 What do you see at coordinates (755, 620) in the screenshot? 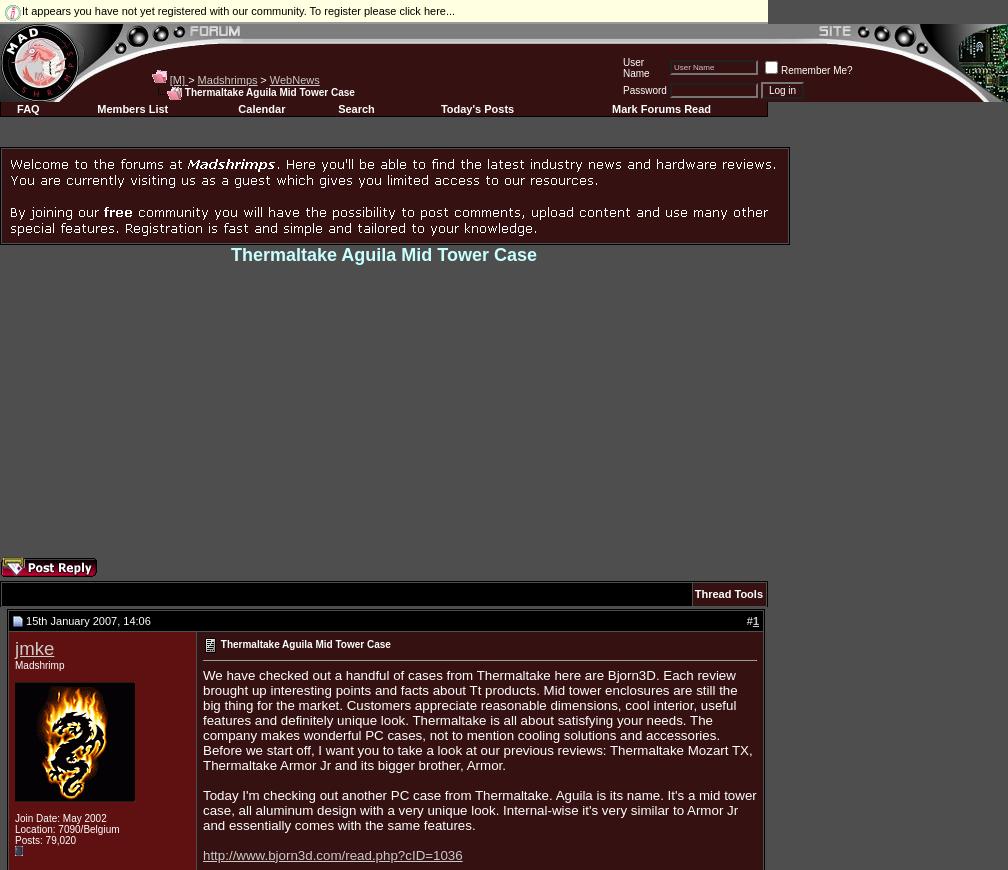
I see `'1'` at bounding box center [755, 620].